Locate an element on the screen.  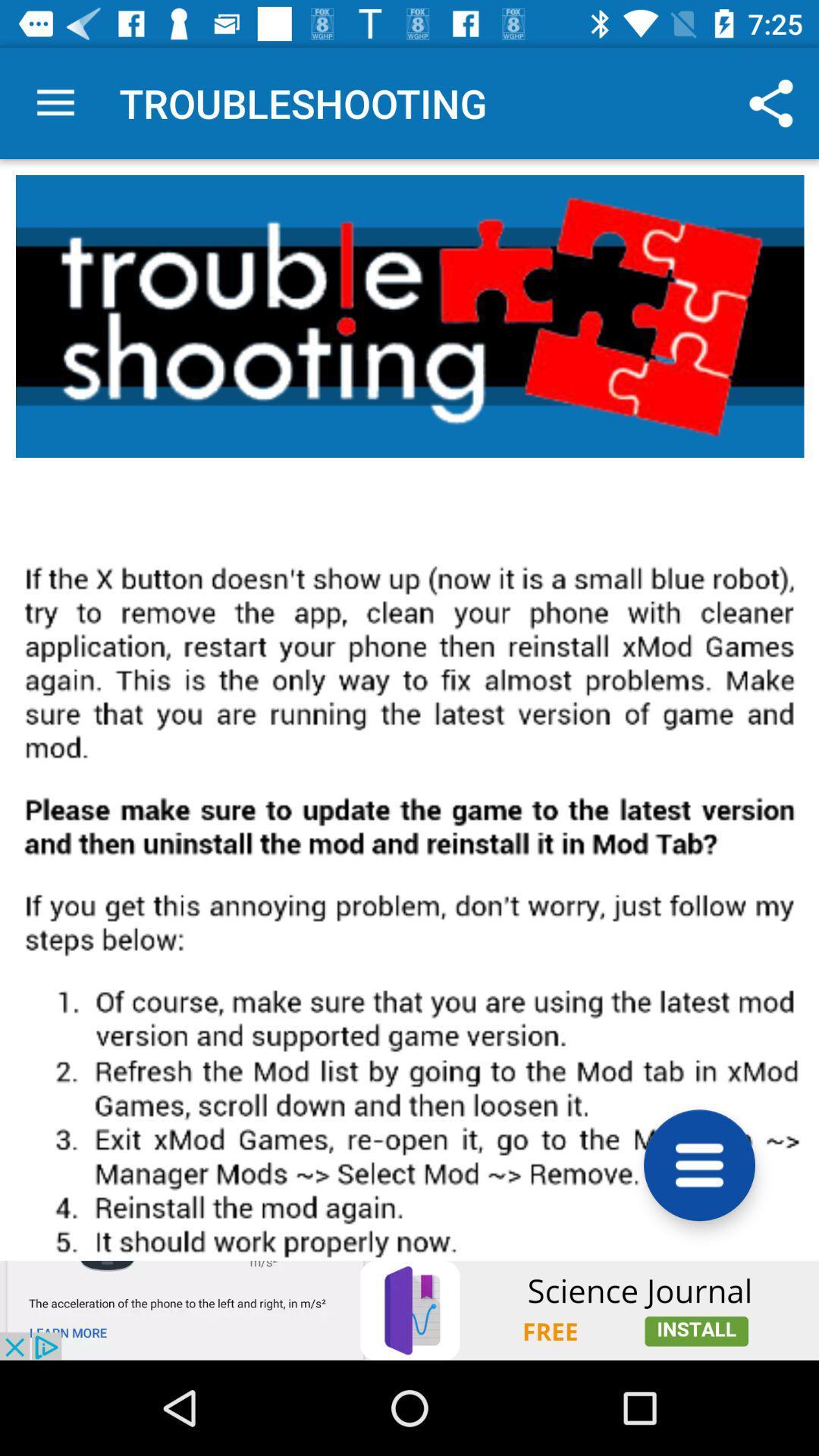
advertisement area is located at coordinates (409, 1310).